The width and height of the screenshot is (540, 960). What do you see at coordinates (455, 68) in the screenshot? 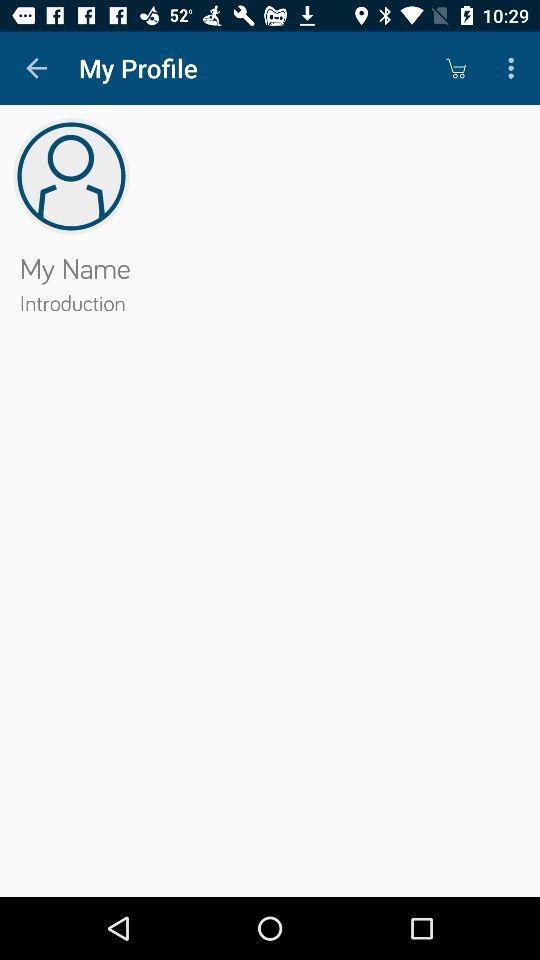
I see `icon to the right of my profile` at bounding box center [455, 68].